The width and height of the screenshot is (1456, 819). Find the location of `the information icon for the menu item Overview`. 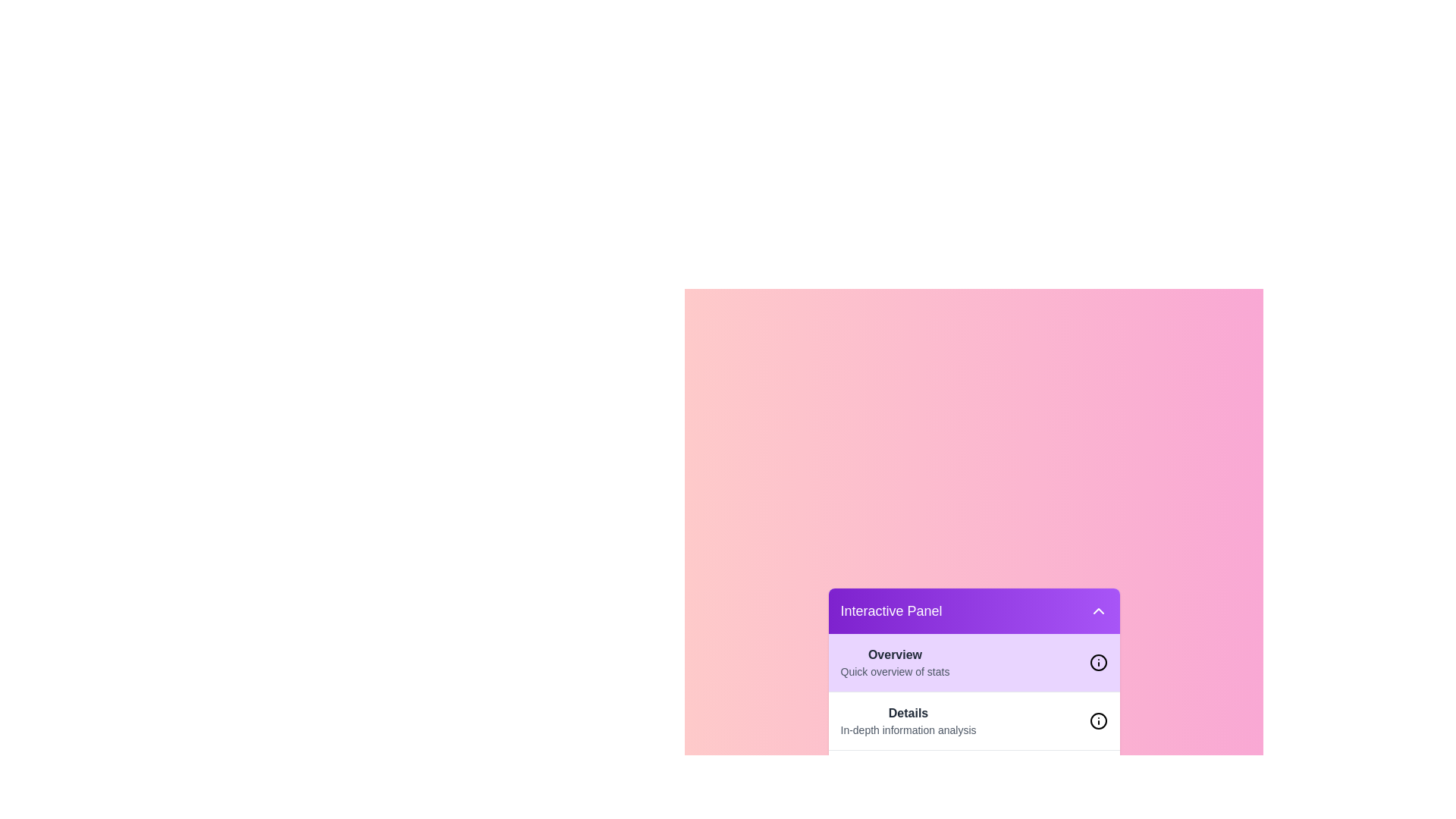

the information icon for the menu item Overview is located at coordinates (1098, 662).